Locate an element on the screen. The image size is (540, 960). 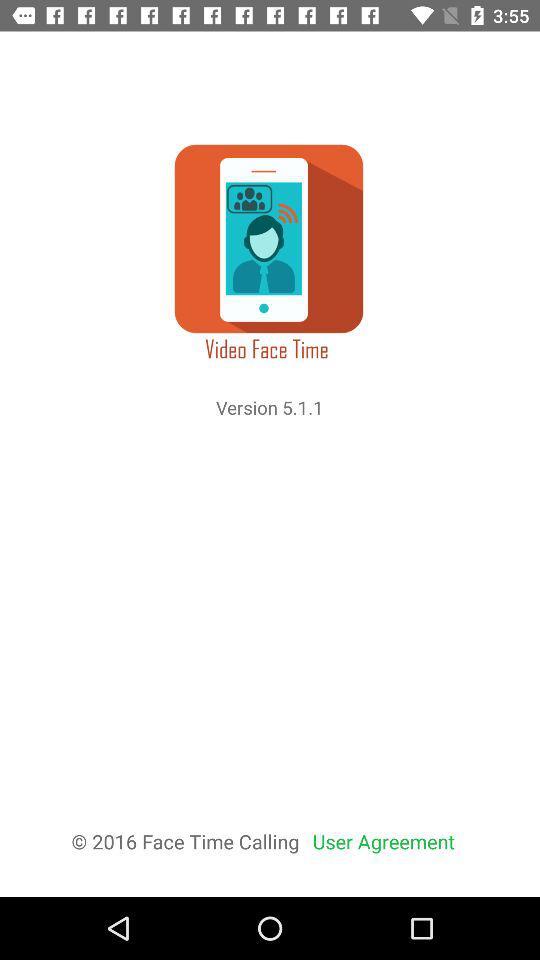
icon next to the 2016 face time icon is located at coordinates (383, 840).